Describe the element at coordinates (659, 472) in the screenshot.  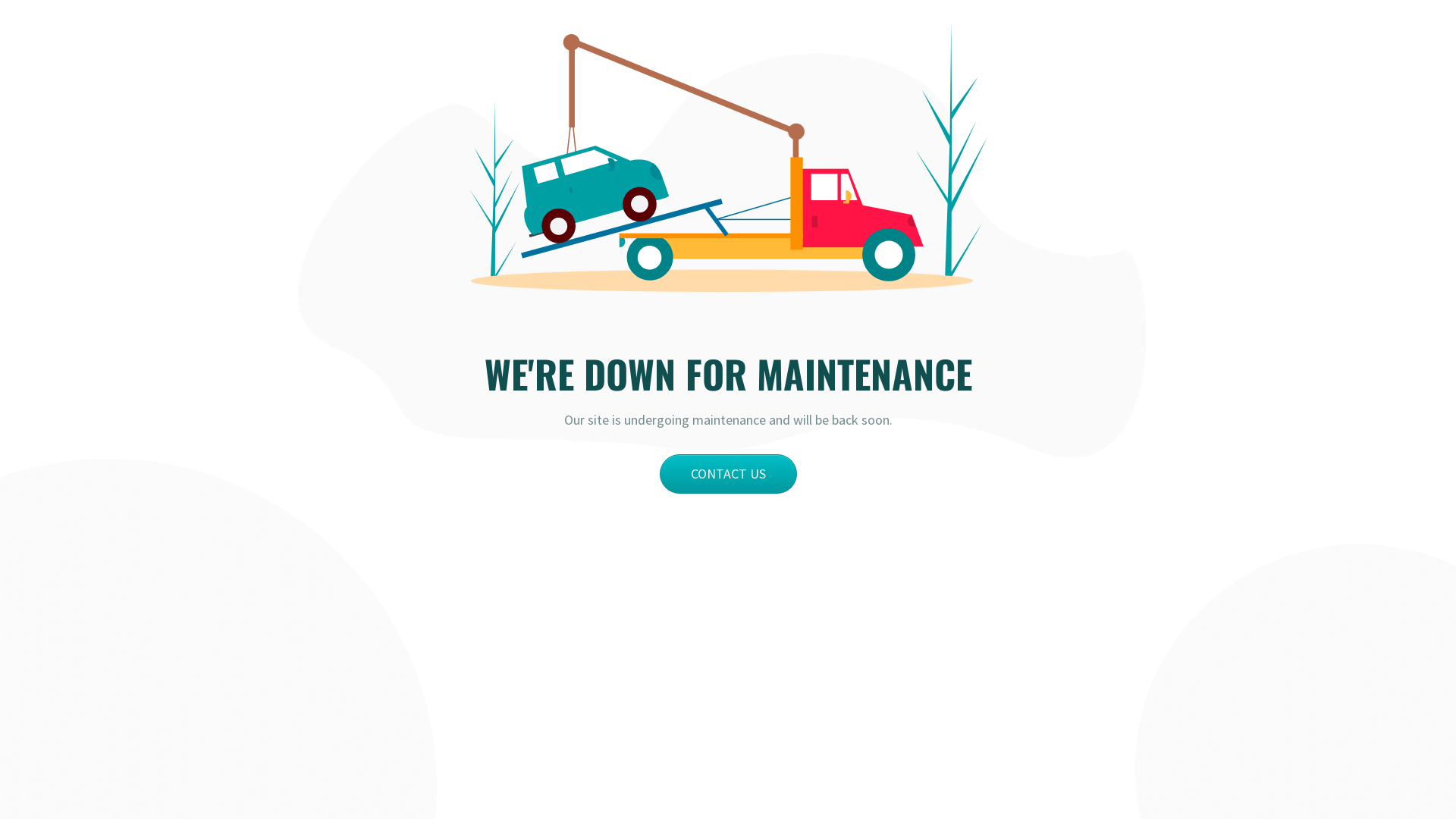
I see `'CONTACT US'` at that location.